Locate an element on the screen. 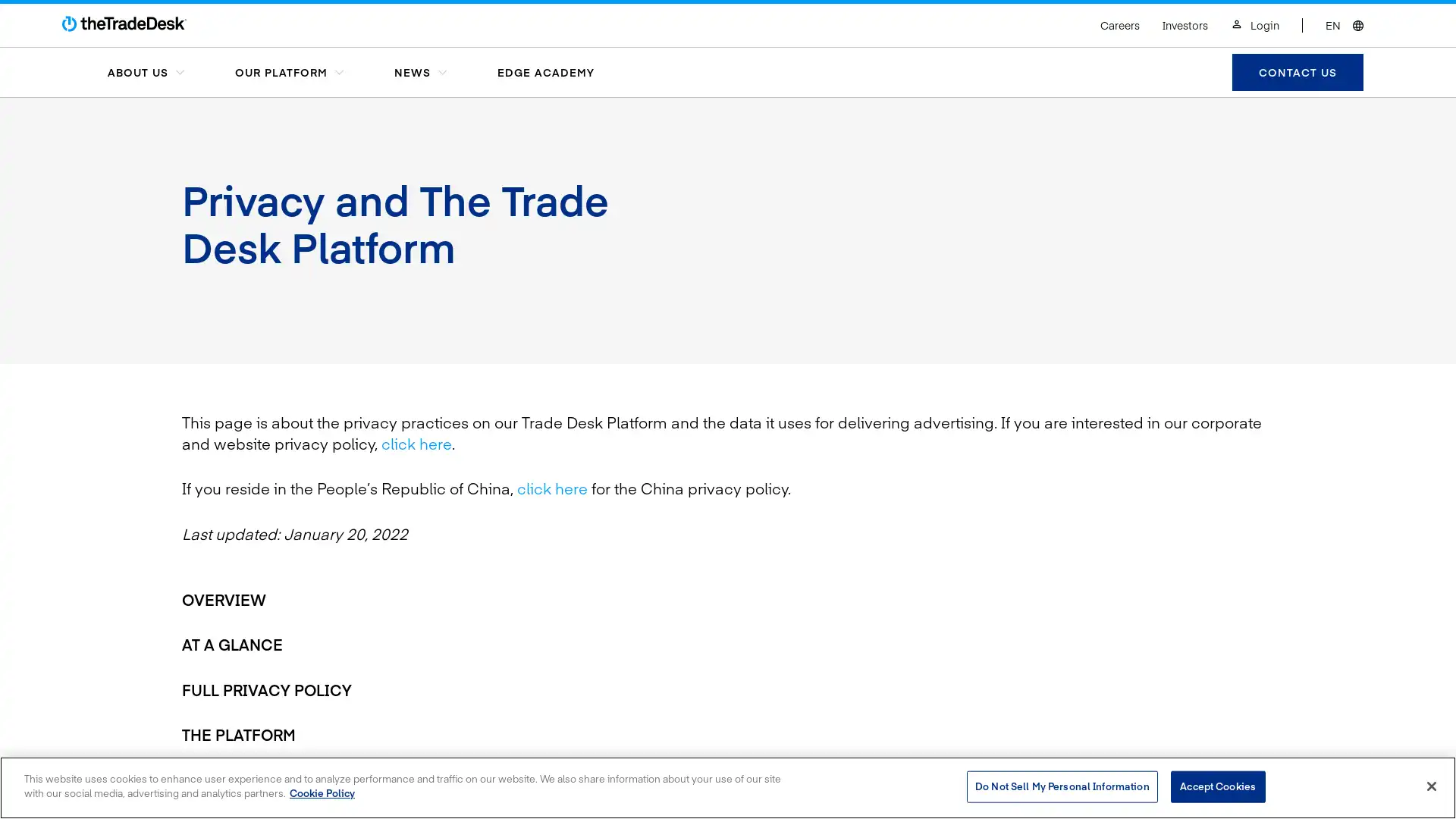 Image resolution: width=1456 pixels, height=819 pixels. Espanol is located at coordinates (1283, 10).